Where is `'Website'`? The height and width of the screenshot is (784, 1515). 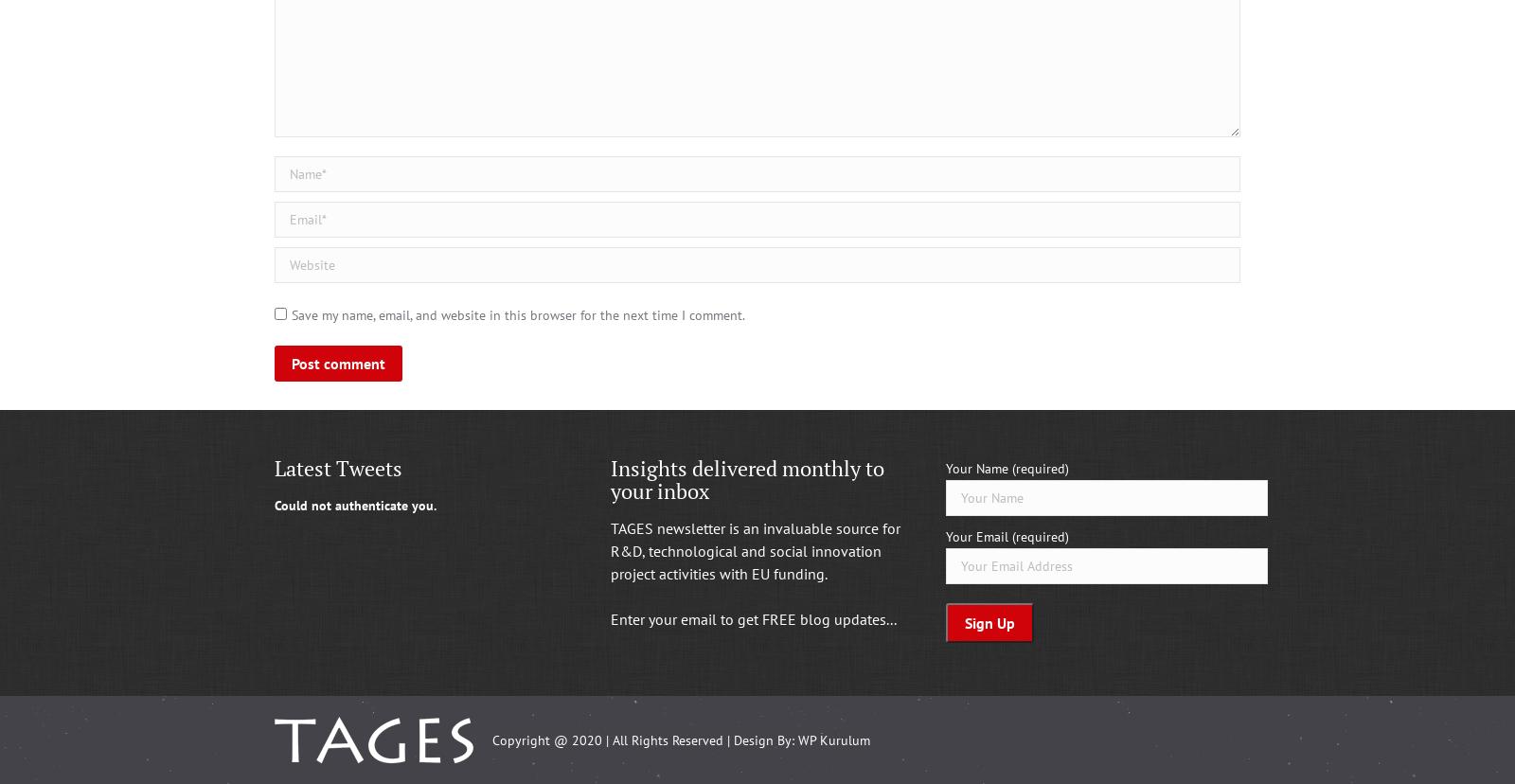
'Website' is located at coordinates (299, 258).